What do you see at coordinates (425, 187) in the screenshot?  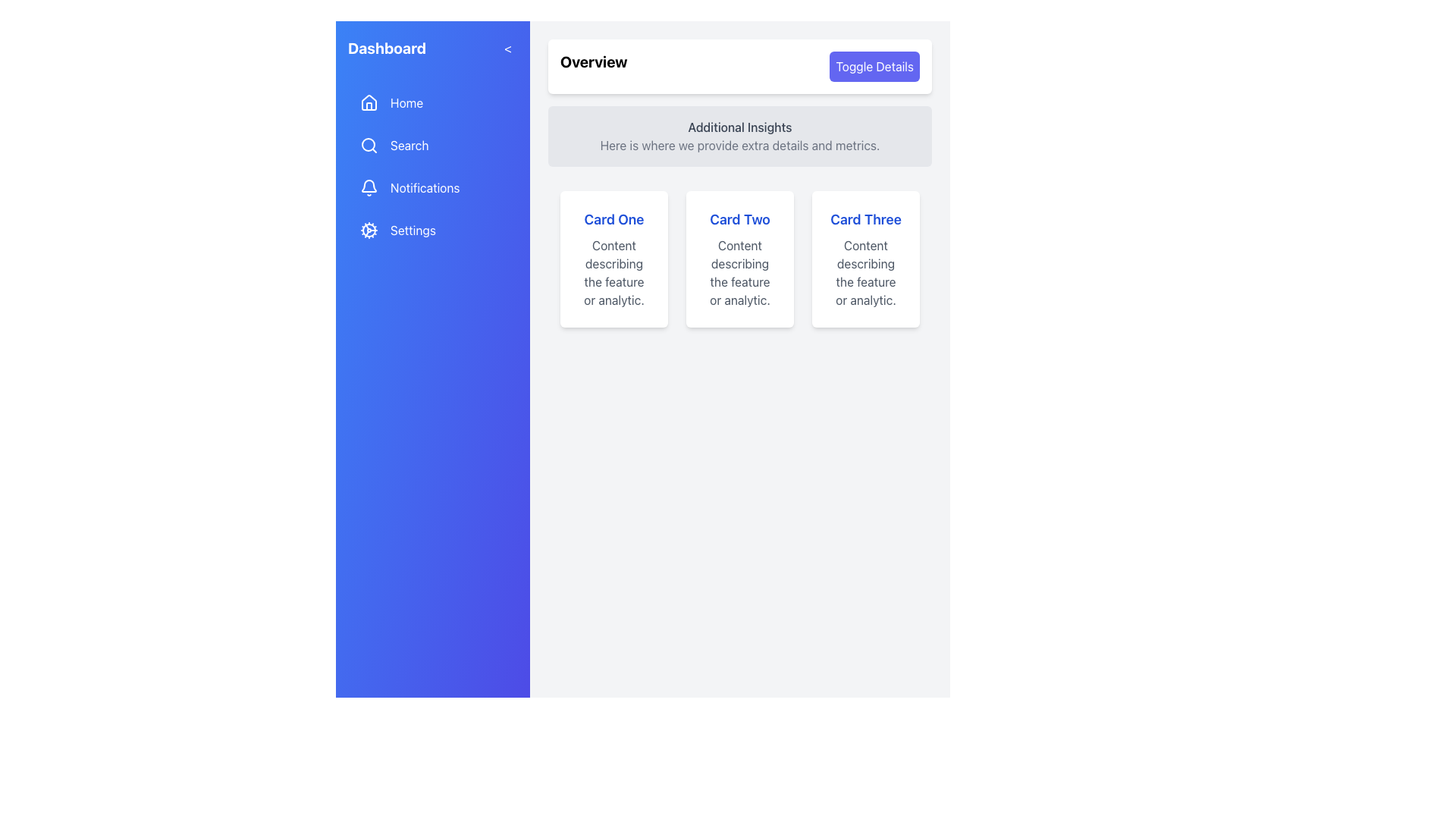 I see `the 'Notifications' text label in the vertical navigation sidebar, which is the third item following 'Home' and 'Search', and preceding 'Settings'` at bounding box center [425, 187].